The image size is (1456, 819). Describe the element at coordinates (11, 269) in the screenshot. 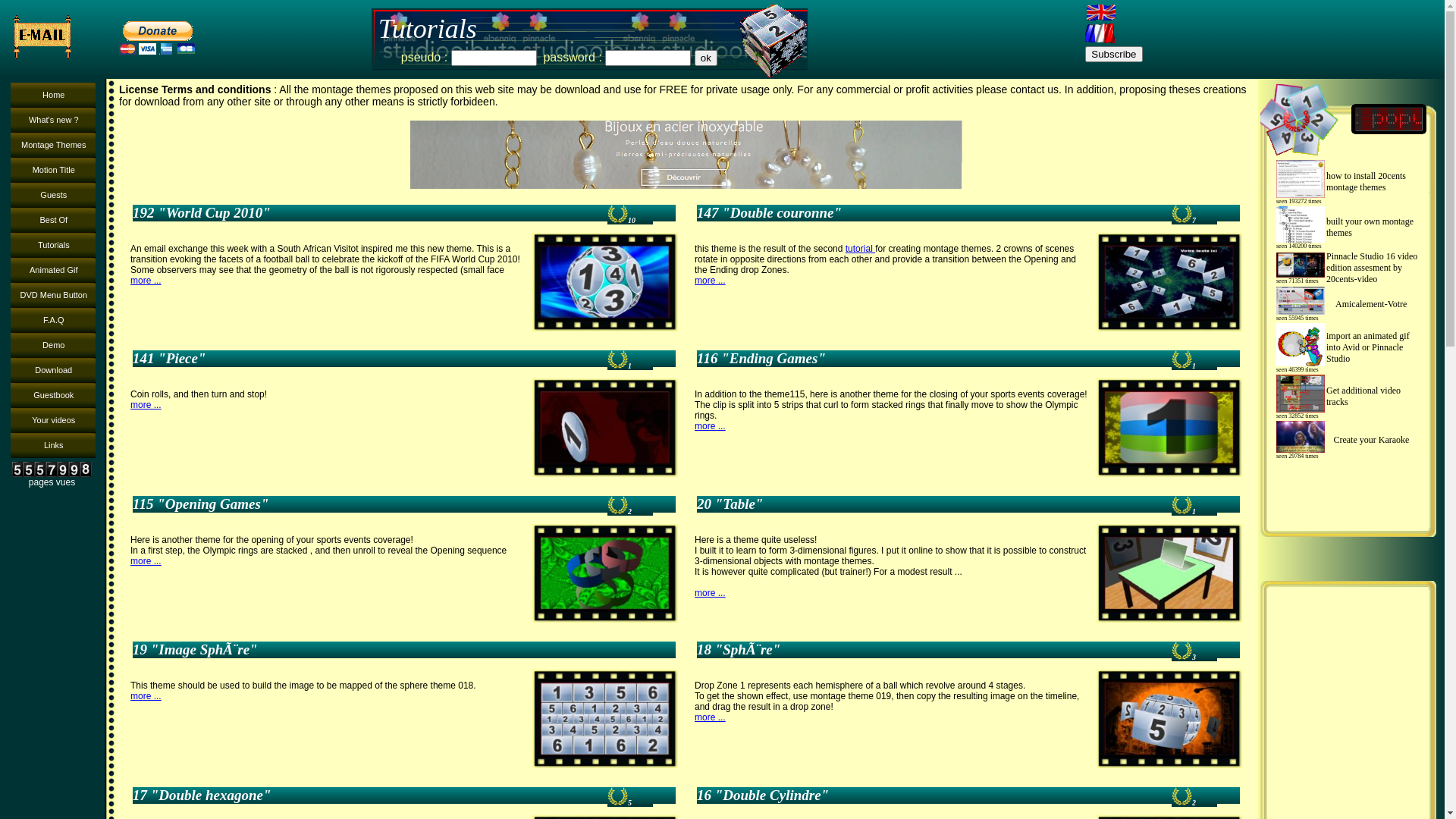

I see `'Animated Gif'` at that location.